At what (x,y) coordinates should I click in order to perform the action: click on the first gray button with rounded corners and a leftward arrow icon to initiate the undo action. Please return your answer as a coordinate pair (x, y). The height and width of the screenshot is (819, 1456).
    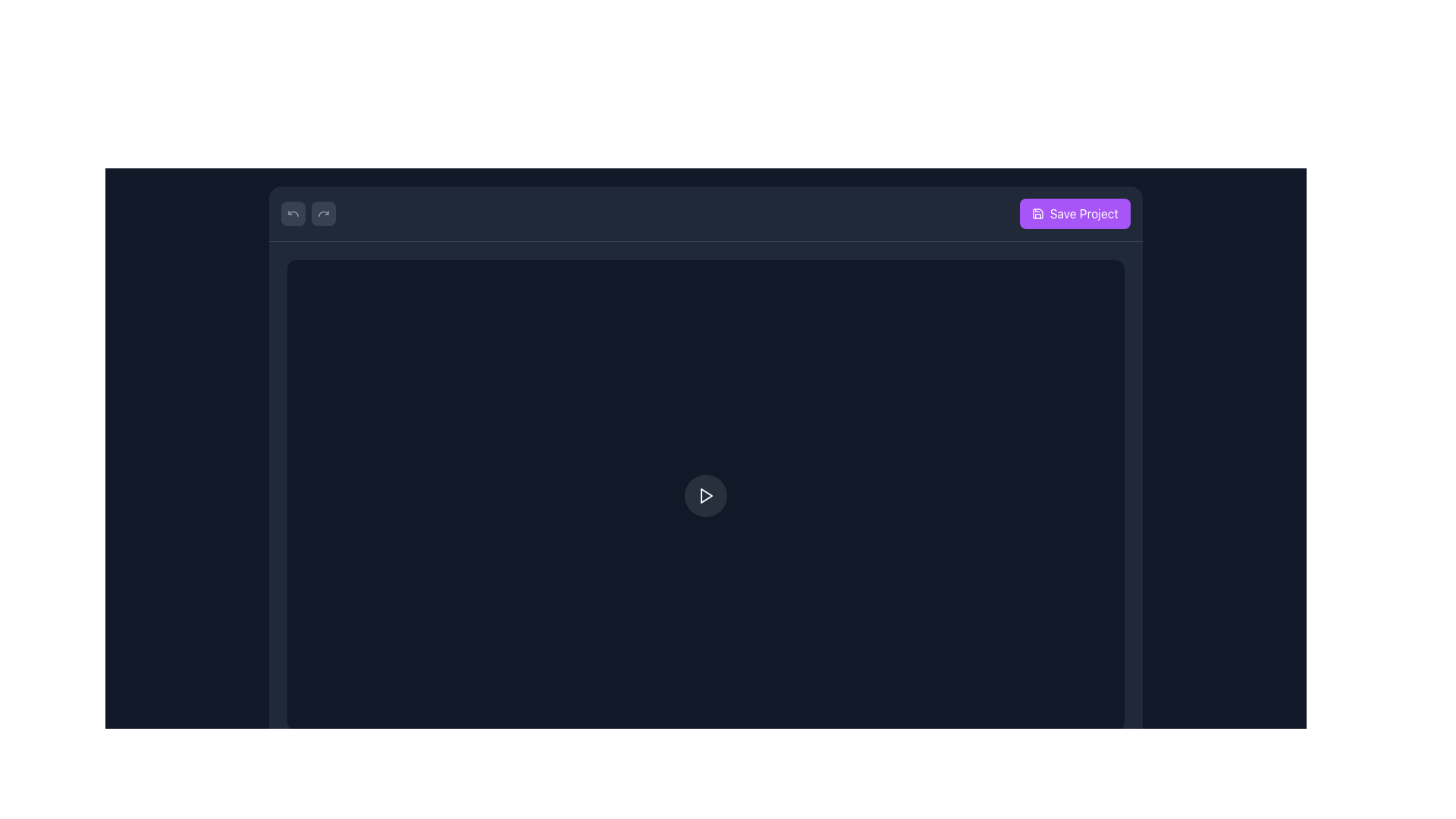
    Looking at the image, I should click on (293, 213).